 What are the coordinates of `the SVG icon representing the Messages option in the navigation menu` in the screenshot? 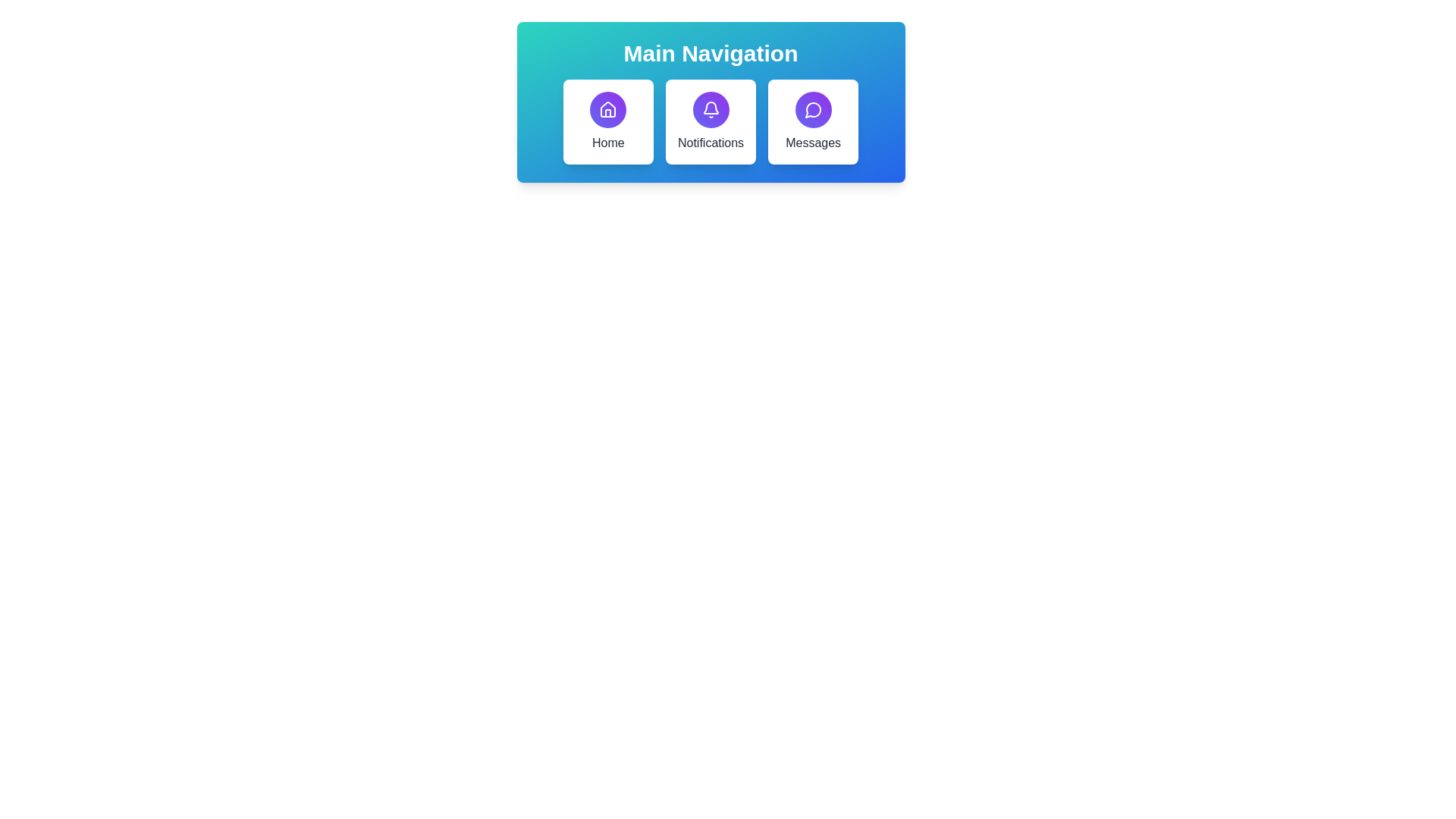 It's located at (812, 109).